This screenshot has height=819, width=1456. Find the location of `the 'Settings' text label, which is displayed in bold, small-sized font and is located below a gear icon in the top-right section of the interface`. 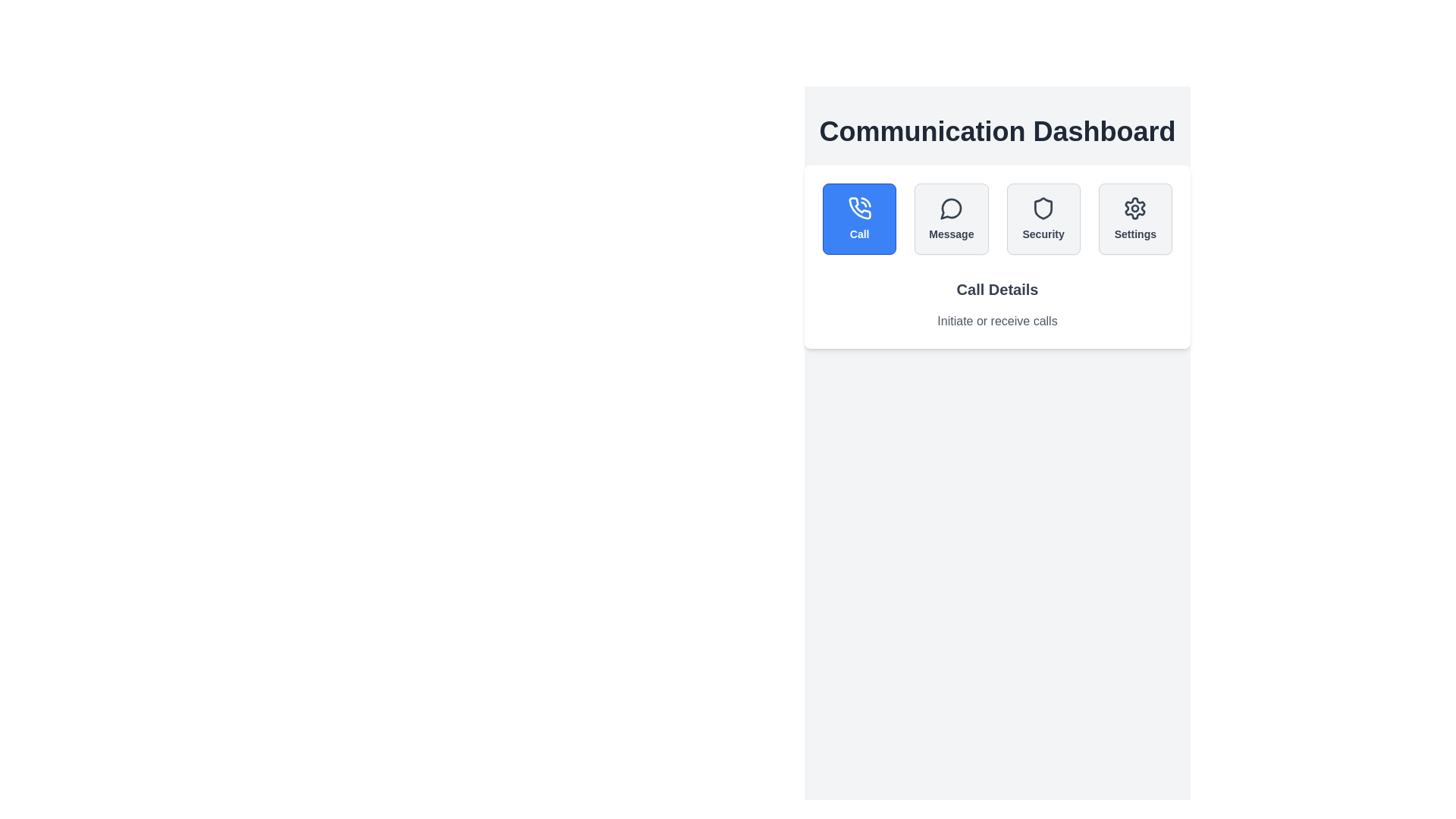

the 'Settings' text label, which is displayed in bold, small-sized font and is located below a gear icon in the top-right section of the interface is located at coordinates (1135, 234).